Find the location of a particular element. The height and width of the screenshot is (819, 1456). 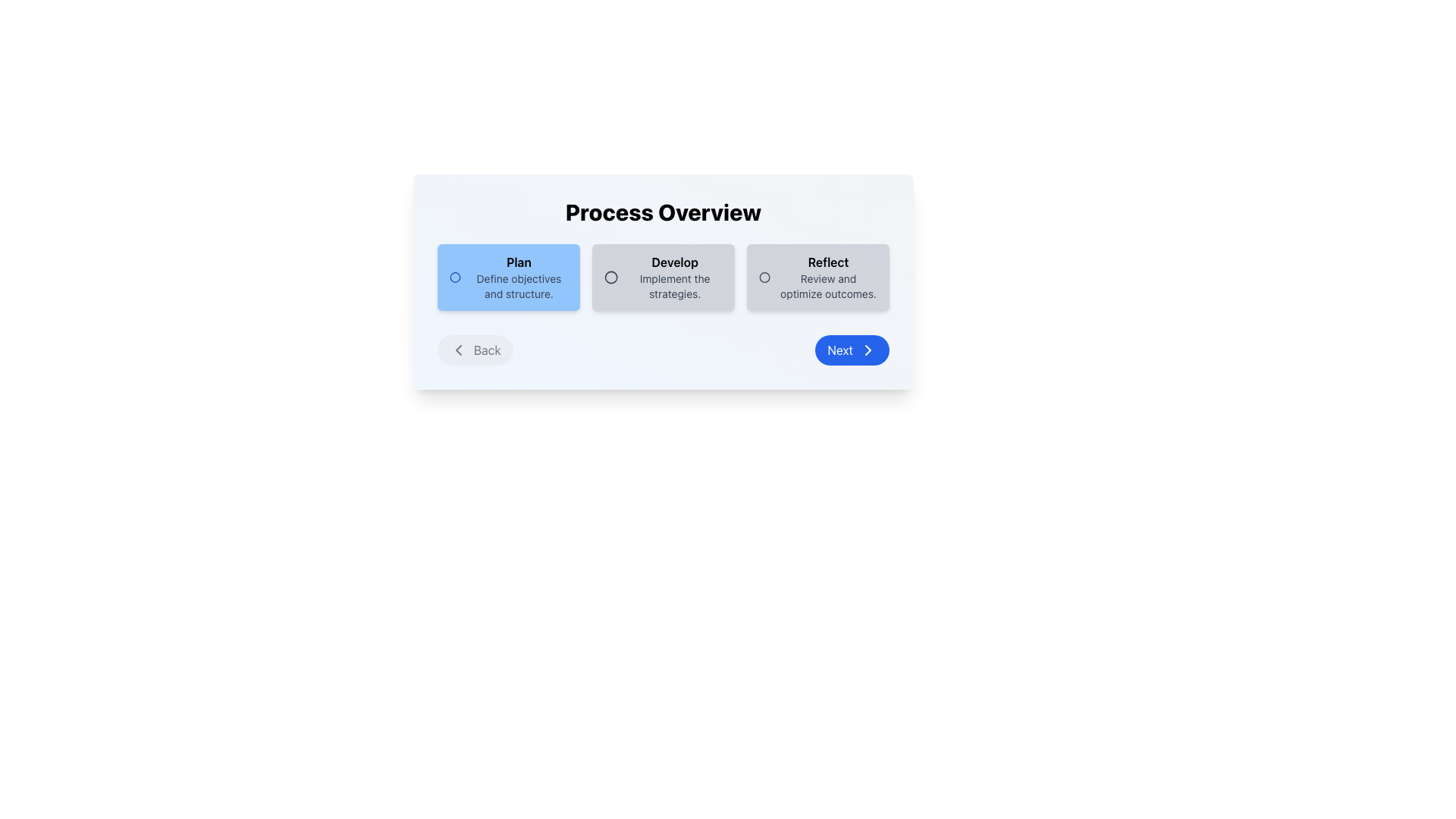

the text label that says 'Define objectives and structure.' This label is styled in gray with a small font size and is located underneath the bold title 'Plan' within the first blue card of a navigation stepper display is located at coordinates (519, 287).